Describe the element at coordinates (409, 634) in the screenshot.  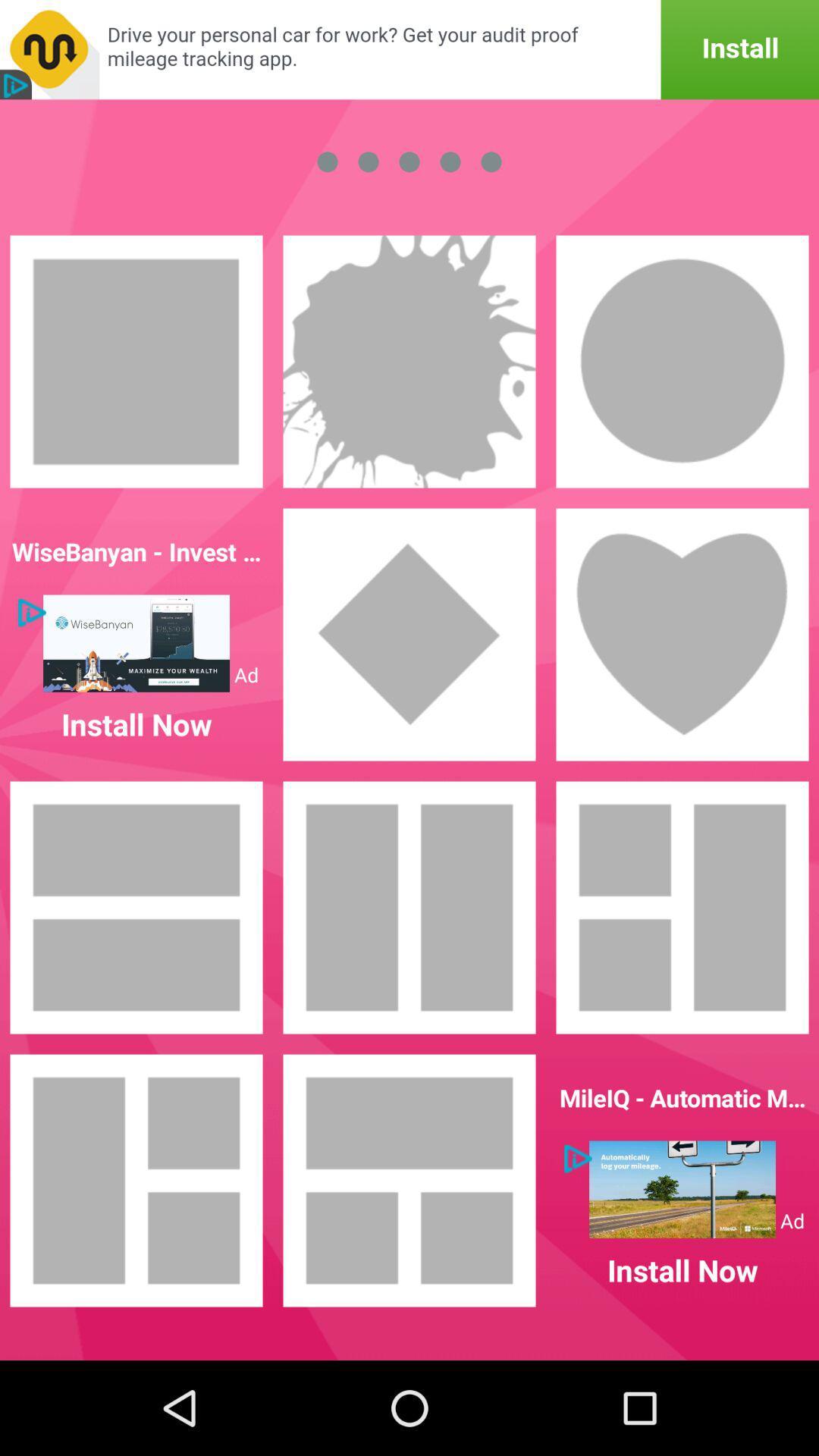
I see `choose this shape` at that location.